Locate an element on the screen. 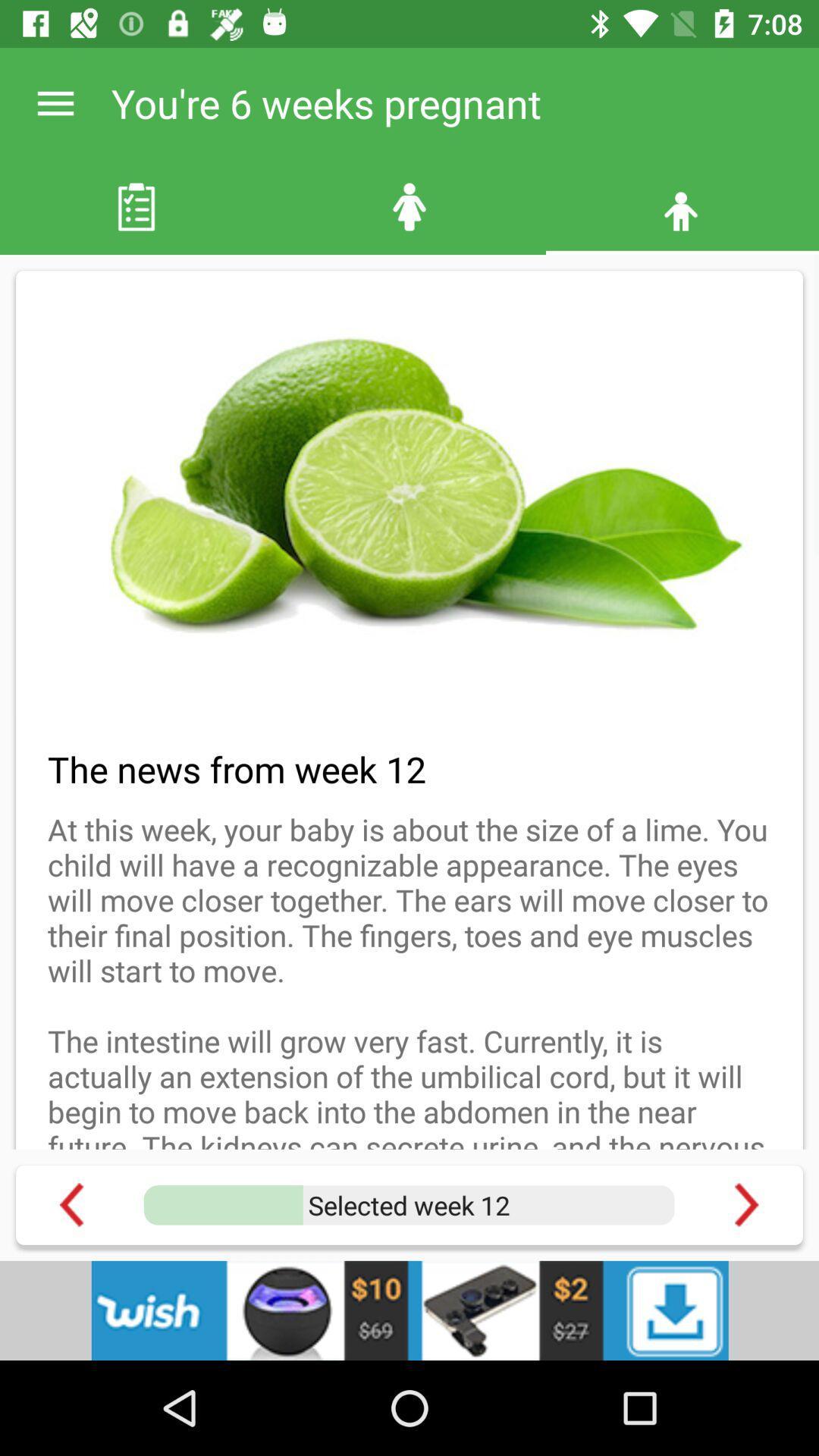  next page is located at coordinates (745, 1204).